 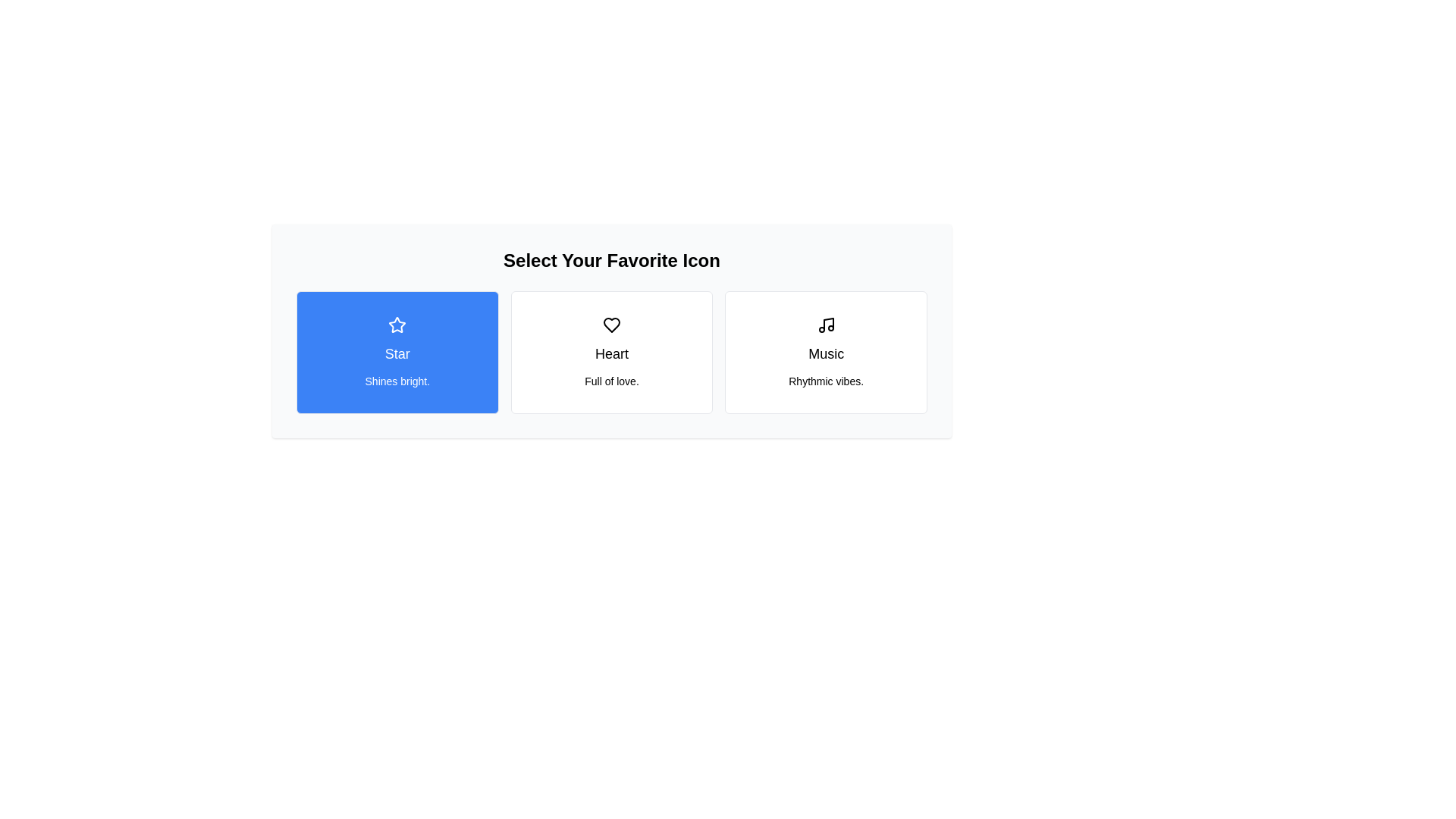 I want to click on the text label 'Heart', which is the second option in a horizontally arranged set of selectable icons under 'Select Your Favorite Icon', so click(x=611, y=353).